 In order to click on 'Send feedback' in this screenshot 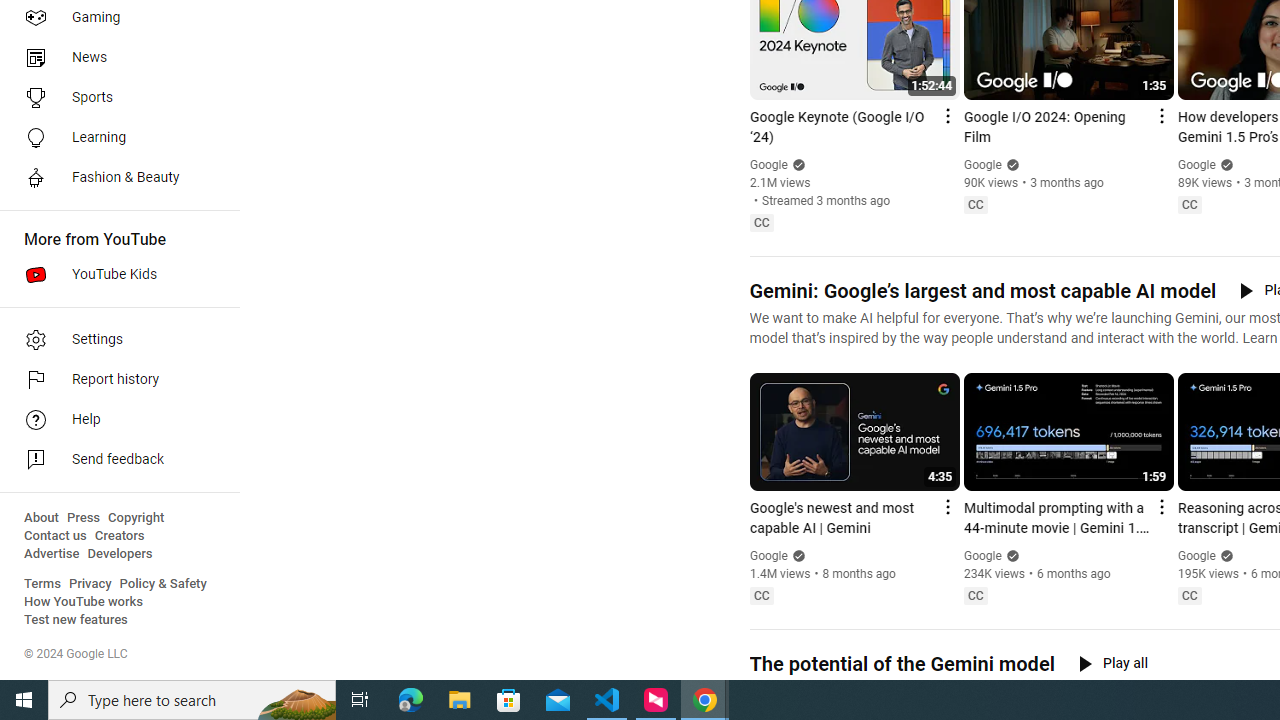, I will do `click(112, 460)`.